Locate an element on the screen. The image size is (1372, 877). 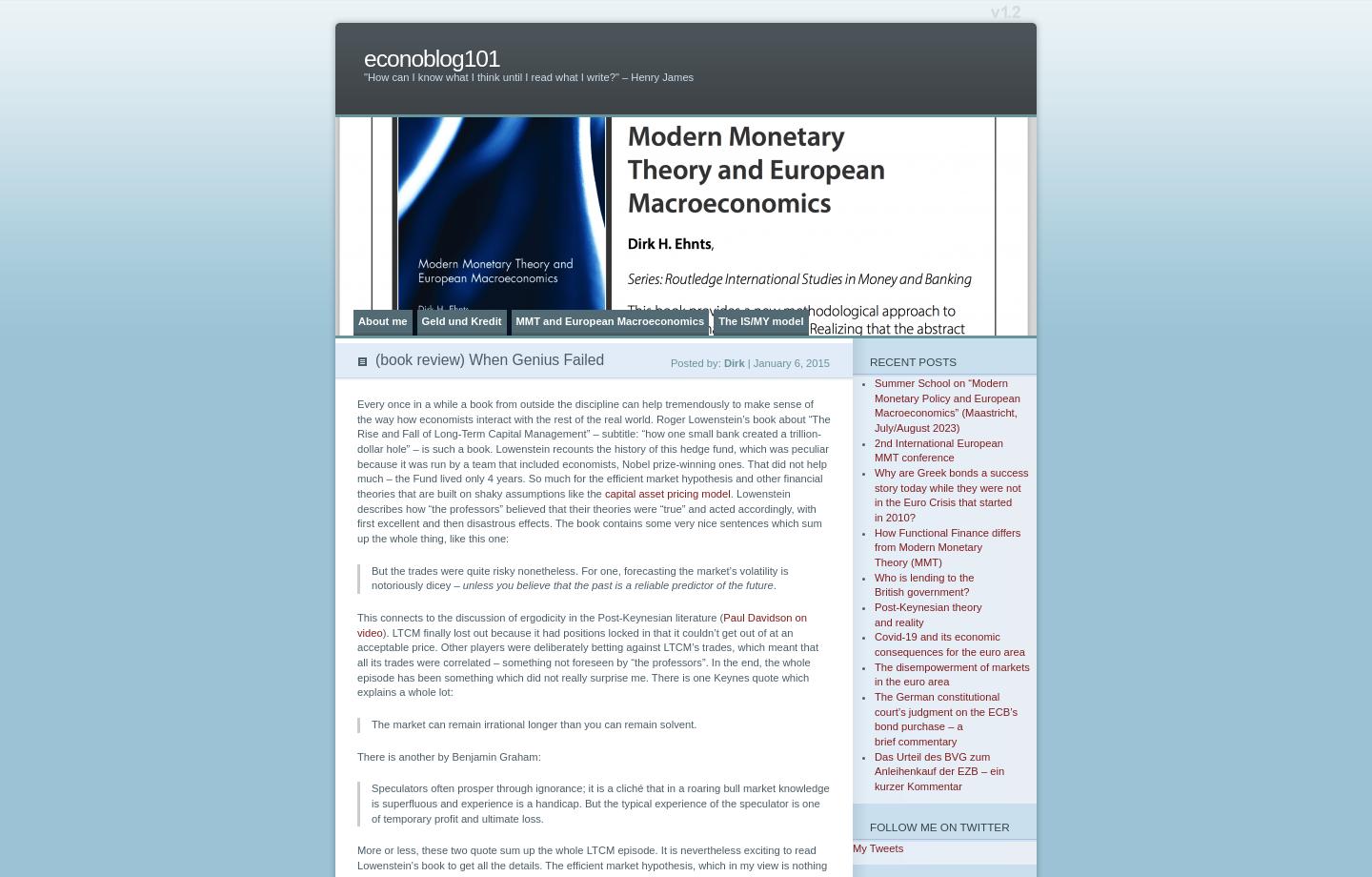
'Dirk' is located at coordinates (732, 361).